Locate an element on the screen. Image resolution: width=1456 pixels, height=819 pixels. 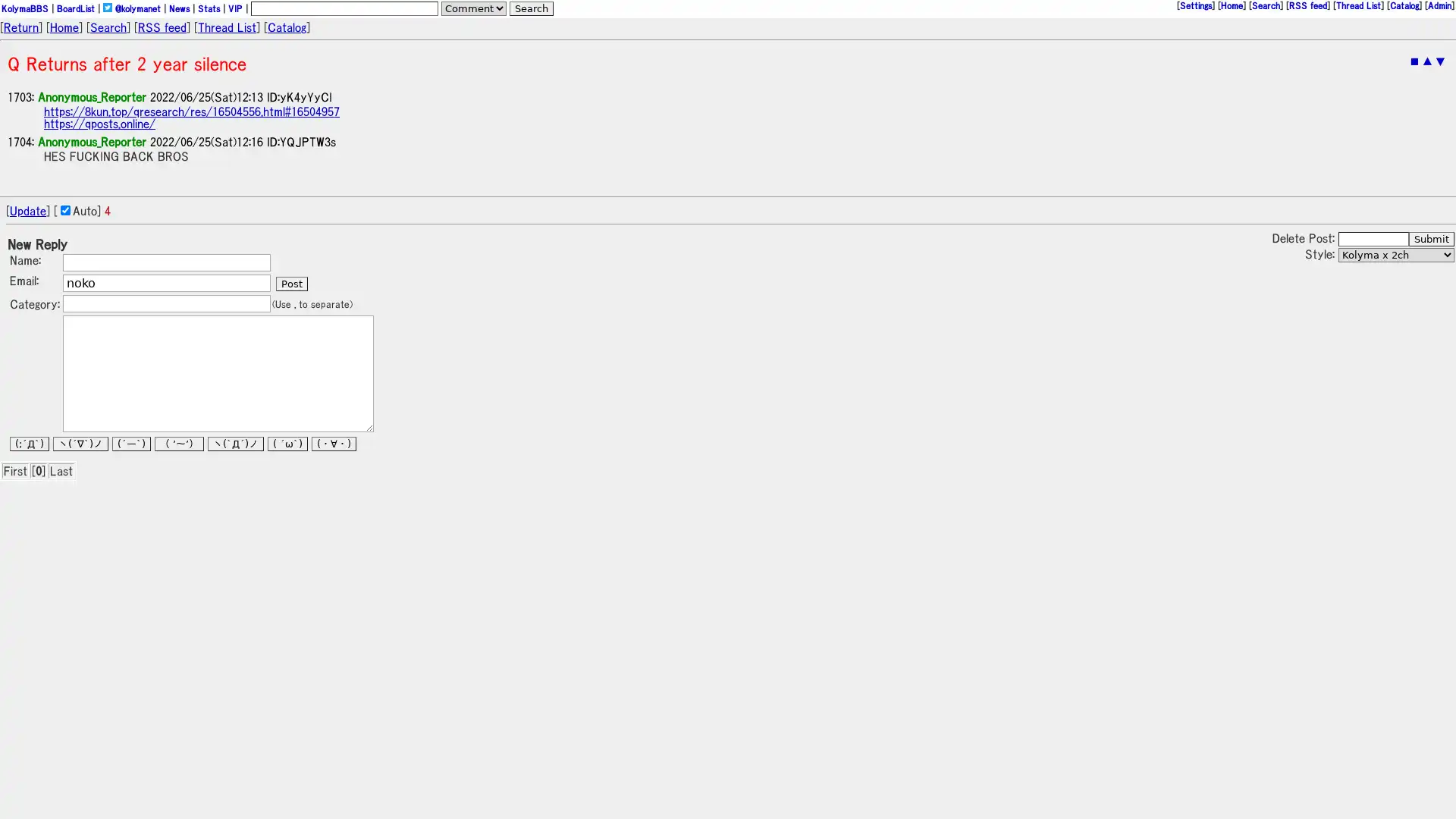
Post is located at coordinates (291, 284).